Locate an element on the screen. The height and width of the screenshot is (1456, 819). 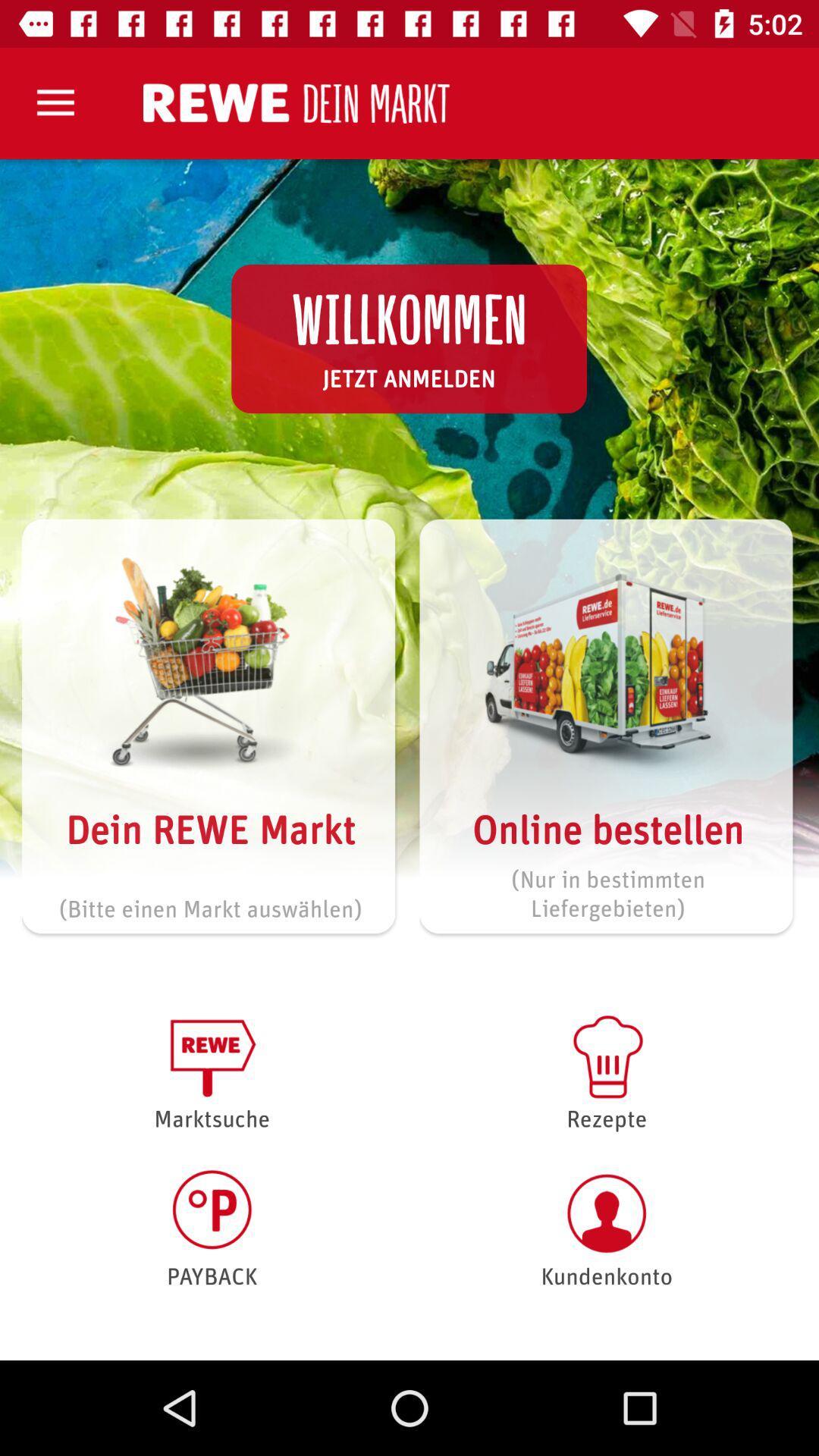
item to the left of the rezepte icon is located at coordinates (212, 1228).